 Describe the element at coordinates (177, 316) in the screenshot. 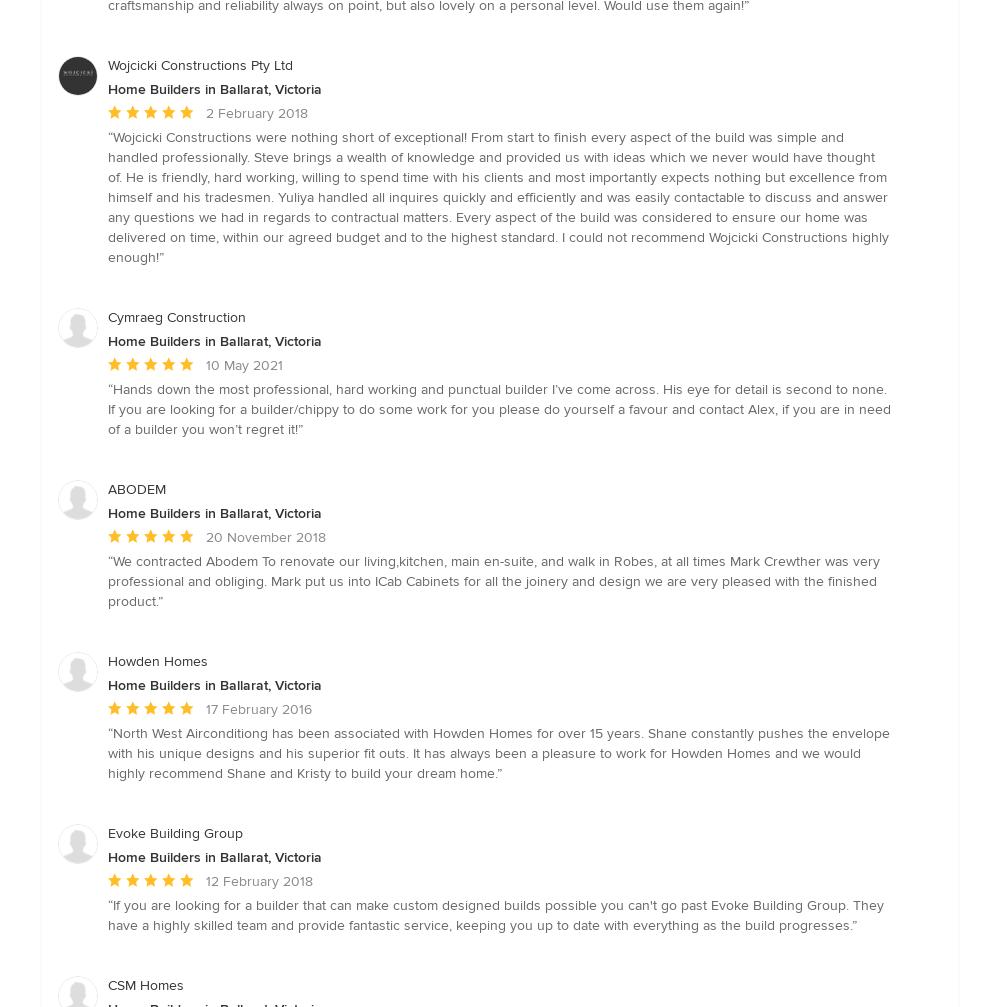

I see `'Cymraeg Construction'` at that location.